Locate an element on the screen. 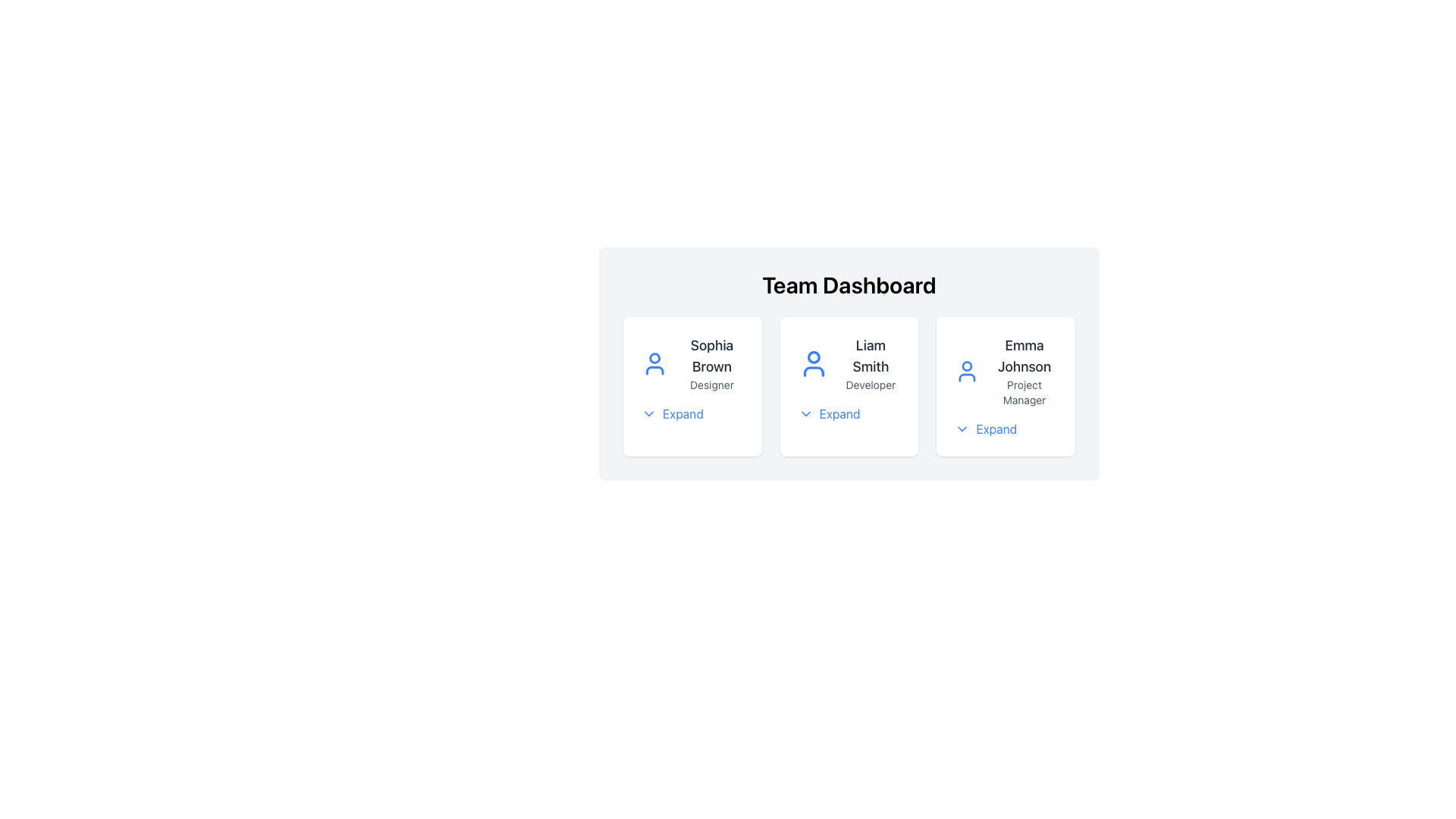  the graphic component representing the shoulders and neckline of the user profile icon located above the 'Emma Johnson' text box in the 'Team Dashboard' interface is located at coordinates (966, 377).